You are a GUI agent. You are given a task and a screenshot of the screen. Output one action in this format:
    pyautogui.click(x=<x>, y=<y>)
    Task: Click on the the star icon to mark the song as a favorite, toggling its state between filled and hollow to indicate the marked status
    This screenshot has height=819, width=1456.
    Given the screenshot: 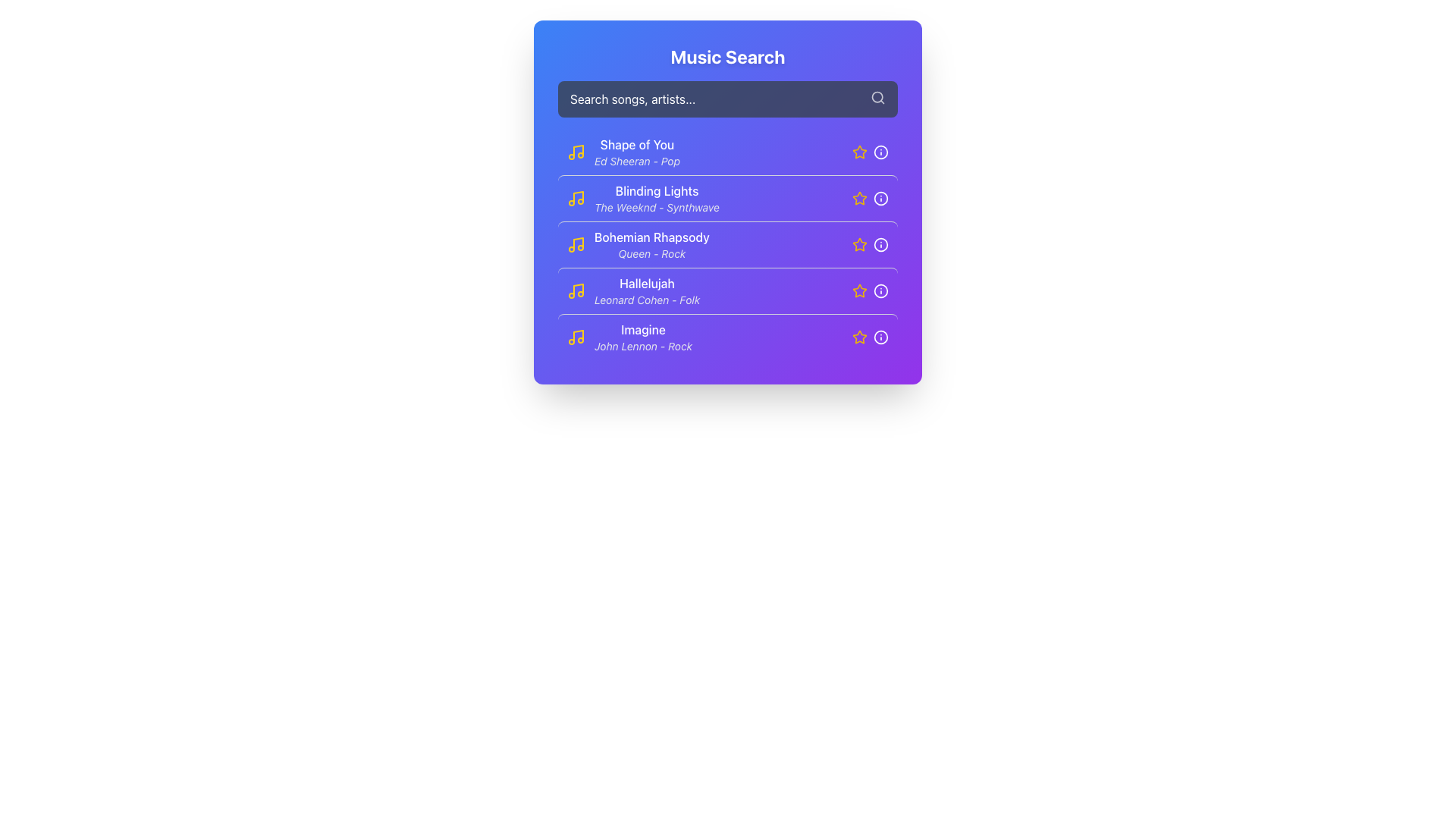 What is the action you would take?
    pyautogui.click(x=859, y=152)
    